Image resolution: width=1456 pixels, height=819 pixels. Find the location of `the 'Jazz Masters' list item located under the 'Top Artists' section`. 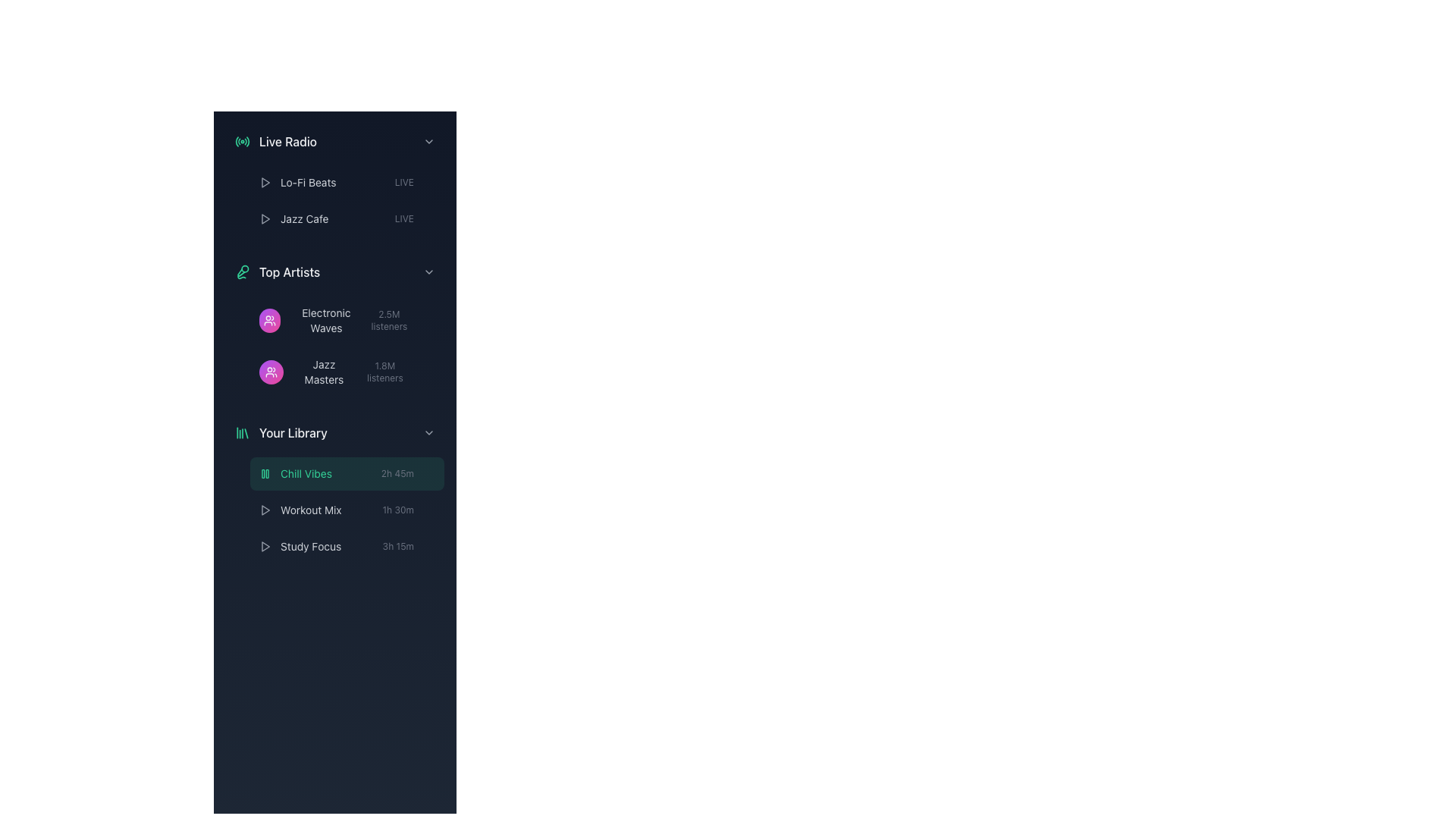

the 'Jazz Masters' list item located under the 'Top Artists' section is located at coordinates (346, 372).